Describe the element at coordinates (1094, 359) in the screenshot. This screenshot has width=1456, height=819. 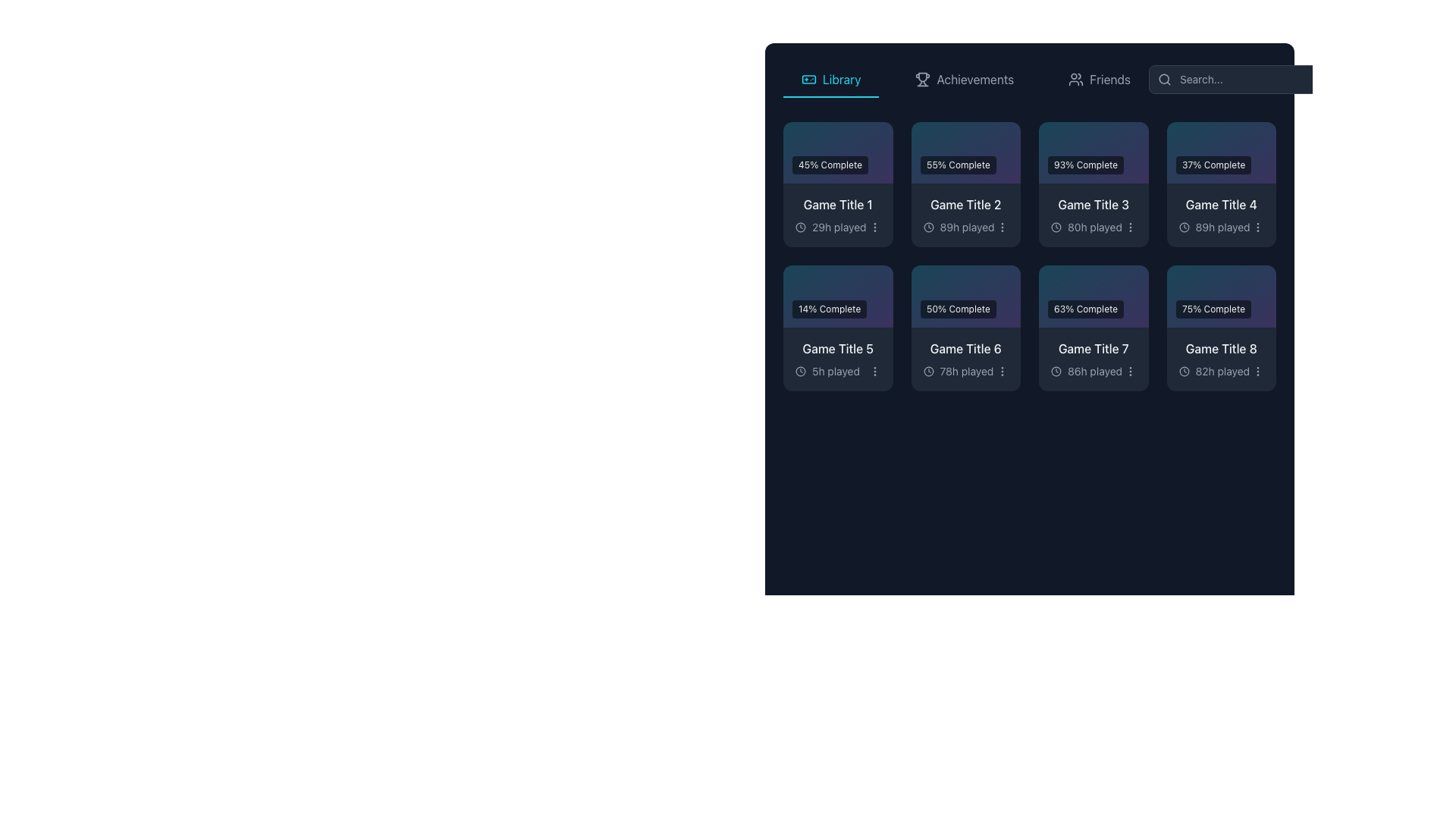
I see `game information displayed on the Informative card titled 'Game Title 7' located in the fourth row, second column of the game library grid` at that location.